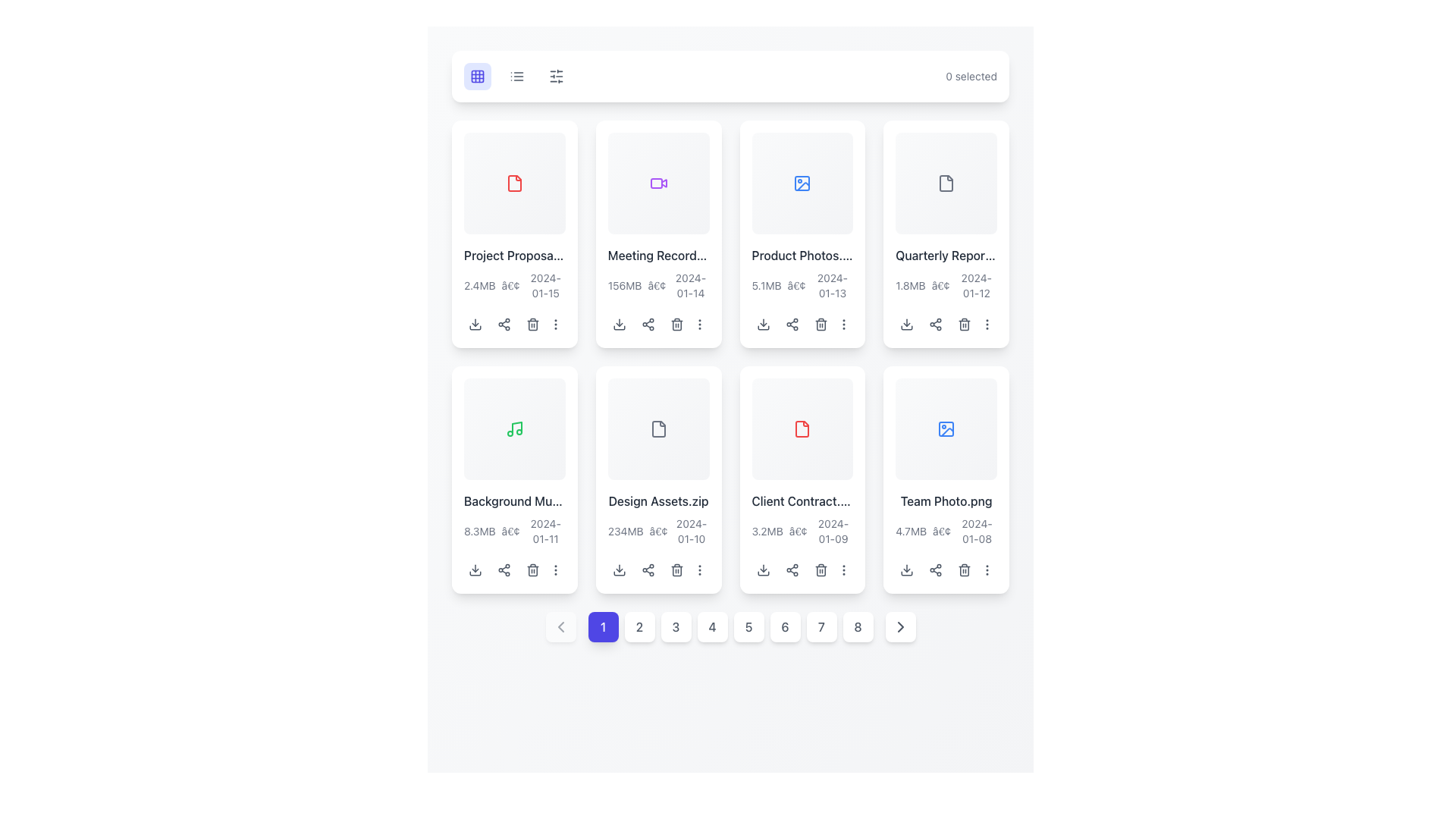  I want to click on the small bullet character ('•') in the sequence '5.1MB • 2024-01-13' located in the bottom section of the 'Product Photos' card within the third column of the first row, so click(795, 285).